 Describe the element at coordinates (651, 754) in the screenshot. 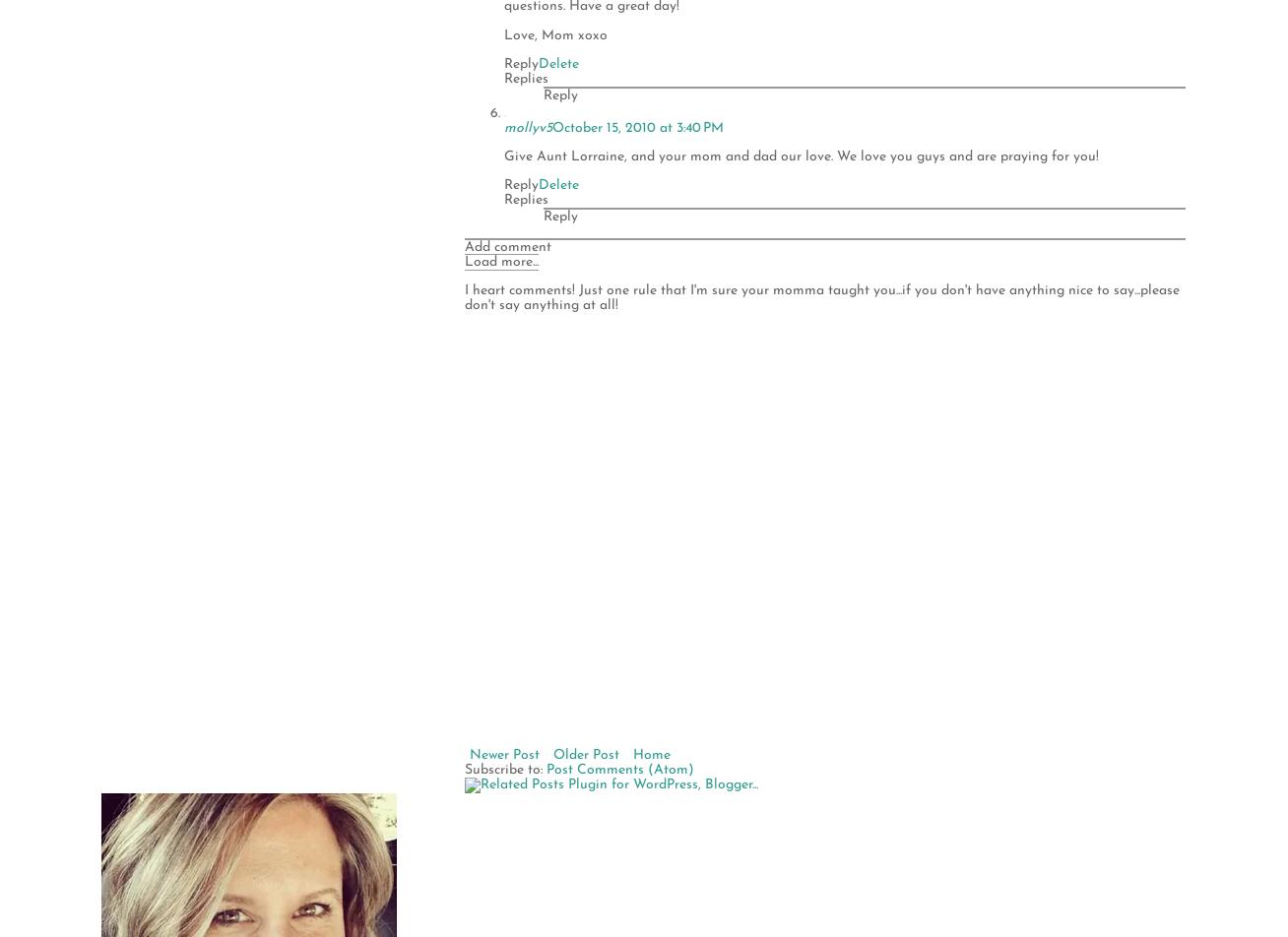

I see `'Home'` at that location.